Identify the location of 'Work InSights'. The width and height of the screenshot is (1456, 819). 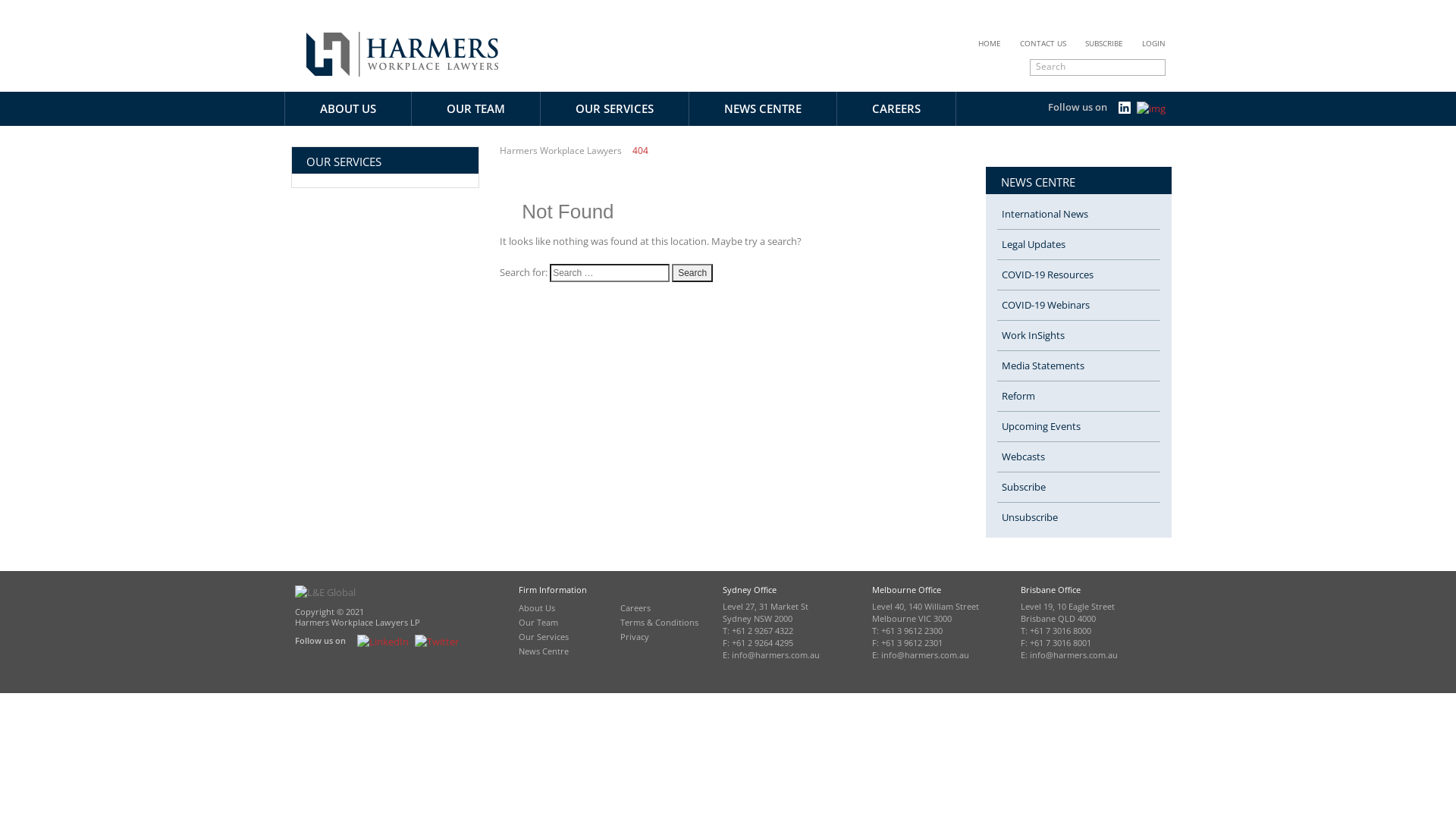
(997, 335).